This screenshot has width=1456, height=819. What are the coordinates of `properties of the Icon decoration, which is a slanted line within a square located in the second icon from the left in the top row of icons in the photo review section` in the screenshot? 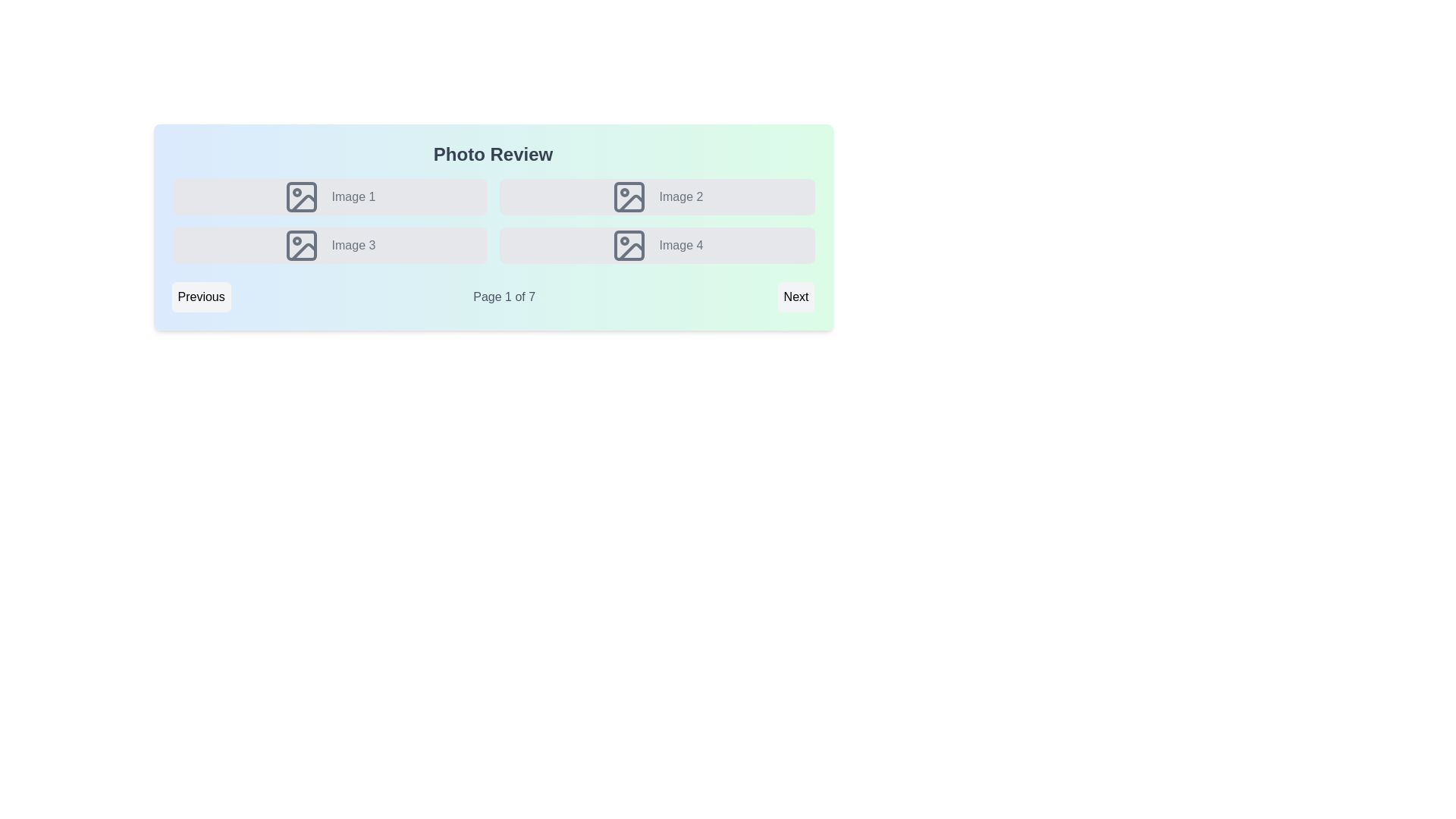 It's located at (631, 202).